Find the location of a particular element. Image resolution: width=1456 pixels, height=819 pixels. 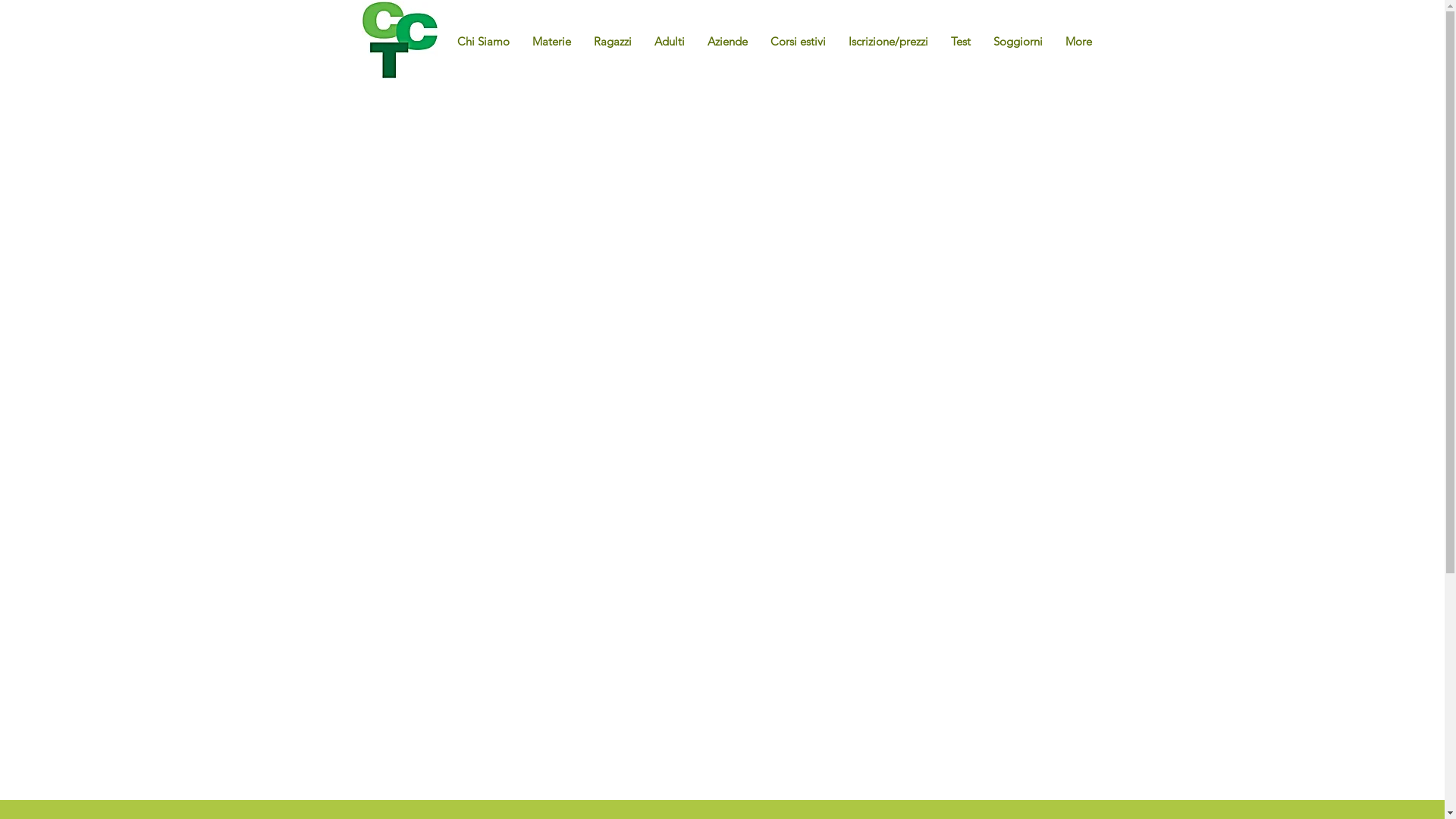

'Chi Siamo' is located at coordinates (400, 34).